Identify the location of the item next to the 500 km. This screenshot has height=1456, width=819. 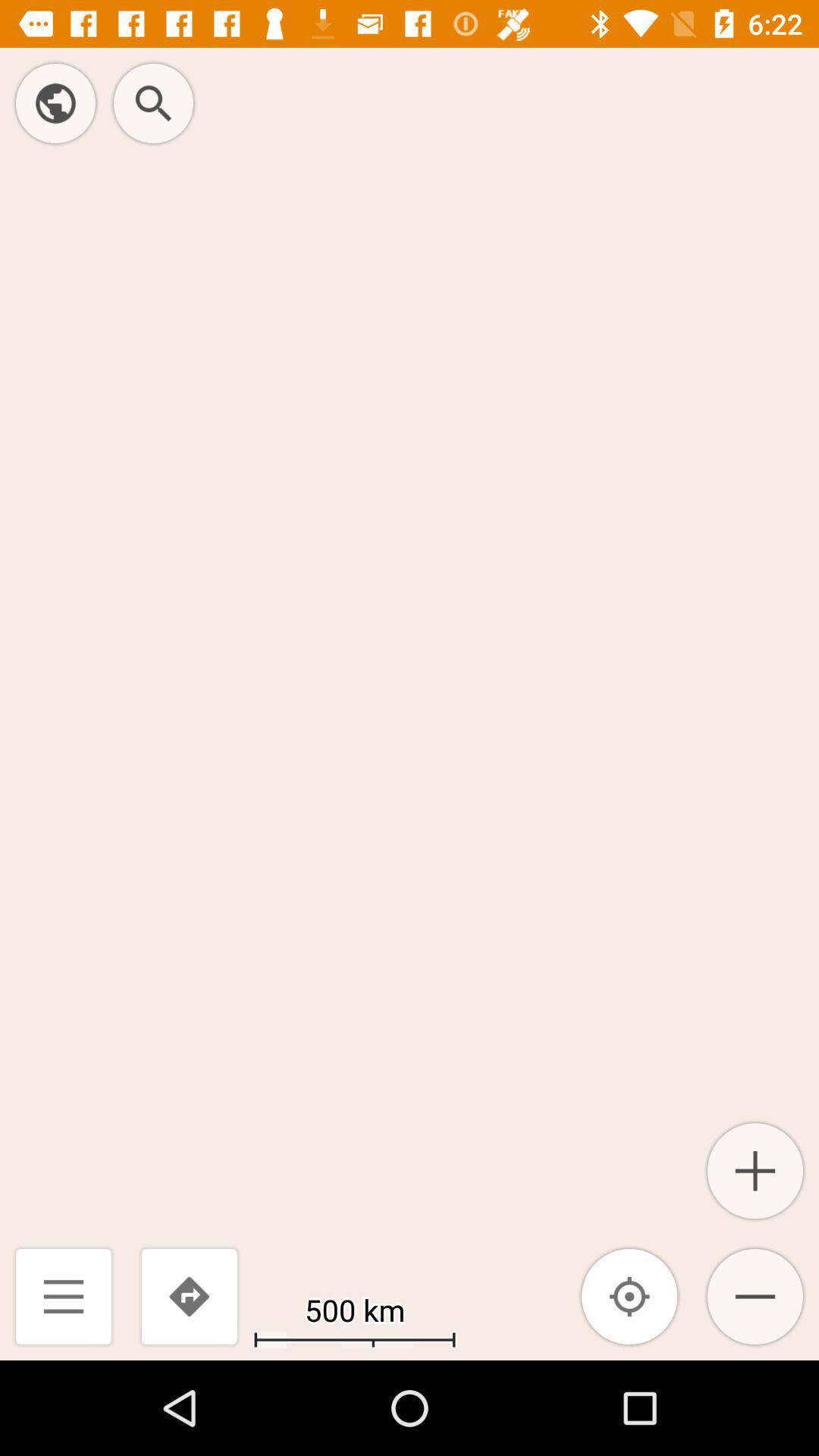
(629, 1295).